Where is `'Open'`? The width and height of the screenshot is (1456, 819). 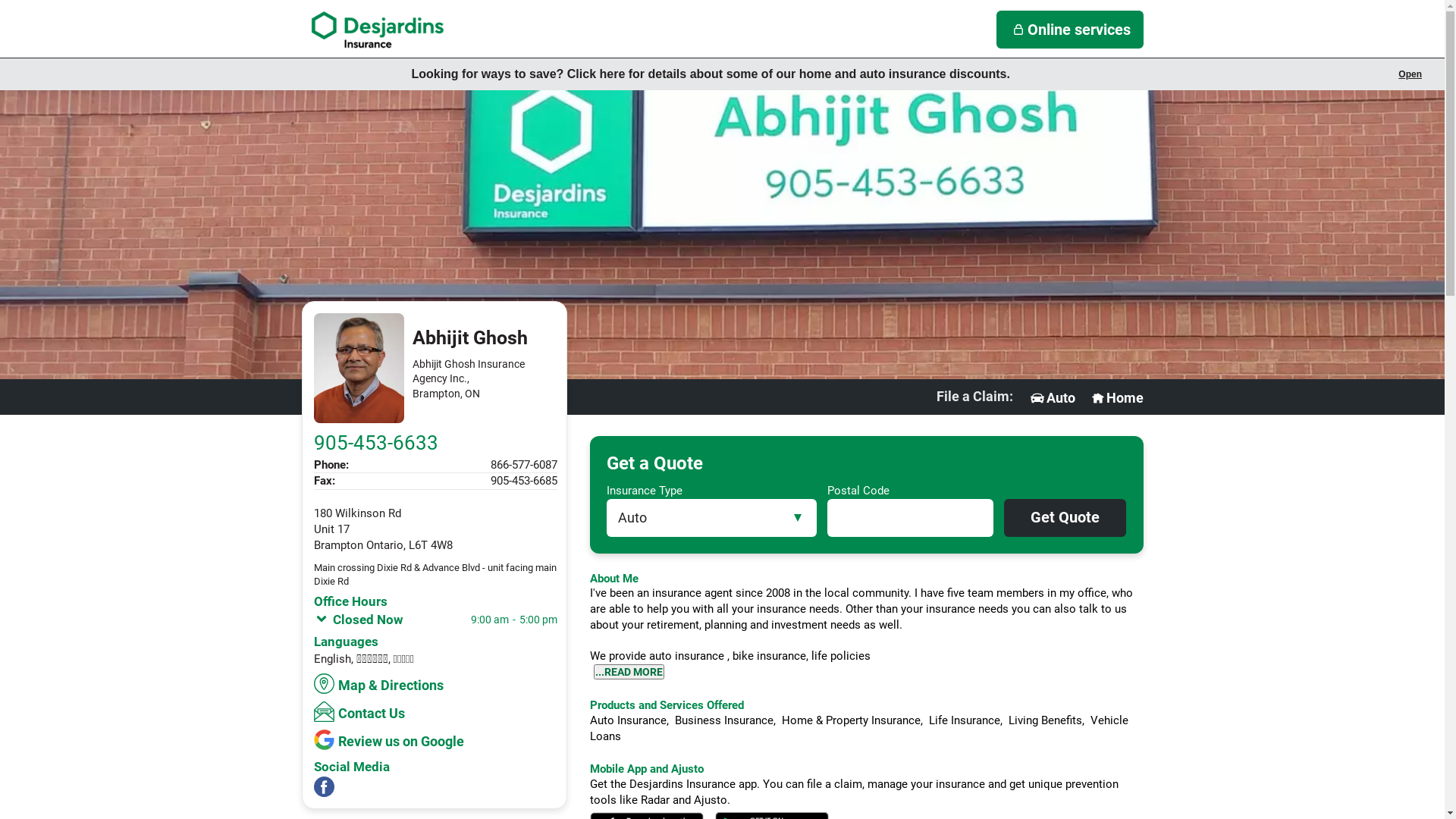
'Open' is located at coordinates (1409, 74).